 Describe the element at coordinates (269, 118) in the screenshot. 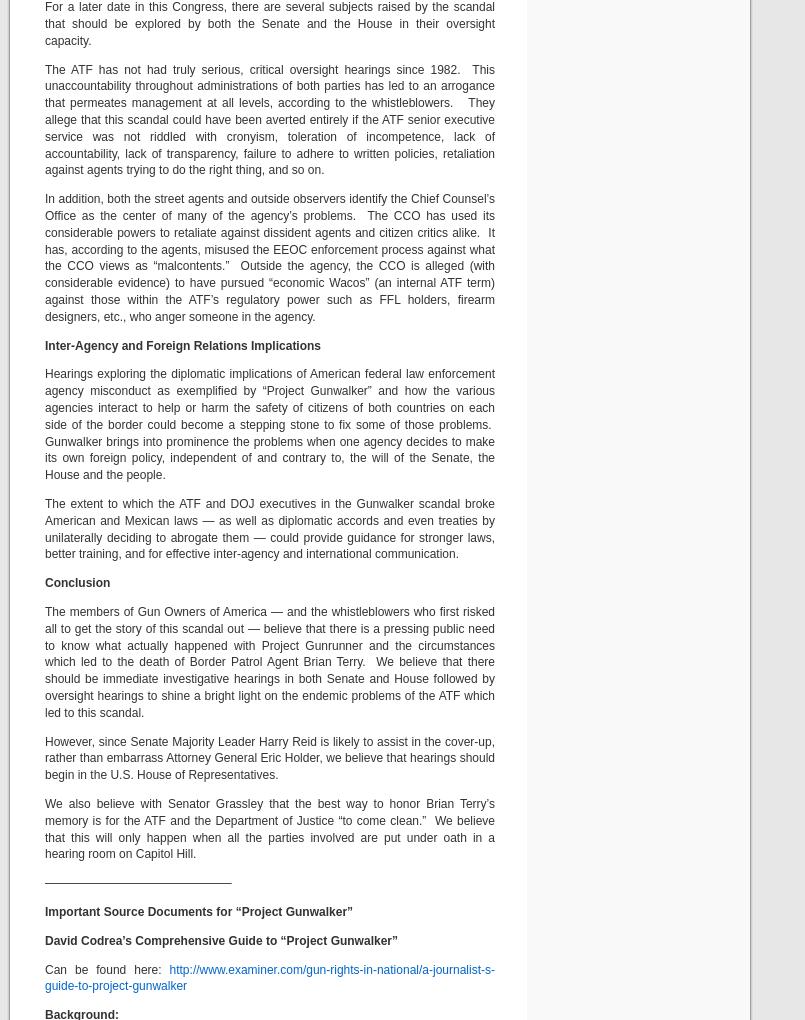

I see `'The ATF has not had truly  serious, critical oversight hearings since 1982.  This unaccountability  throughout administrations of both parties has led to an arrogance that  permeates management at all levels, according to the whistleblowers.    They allege that this scandal could have been averted entirely if the  ATF senior executive service was not riddled with cronyism, toleration  of incompetence, lack of accountability, lack of transparency, failure  to adhere to written policies, retaliation against agents trying to do  the right thing, and so on.'` at that location.